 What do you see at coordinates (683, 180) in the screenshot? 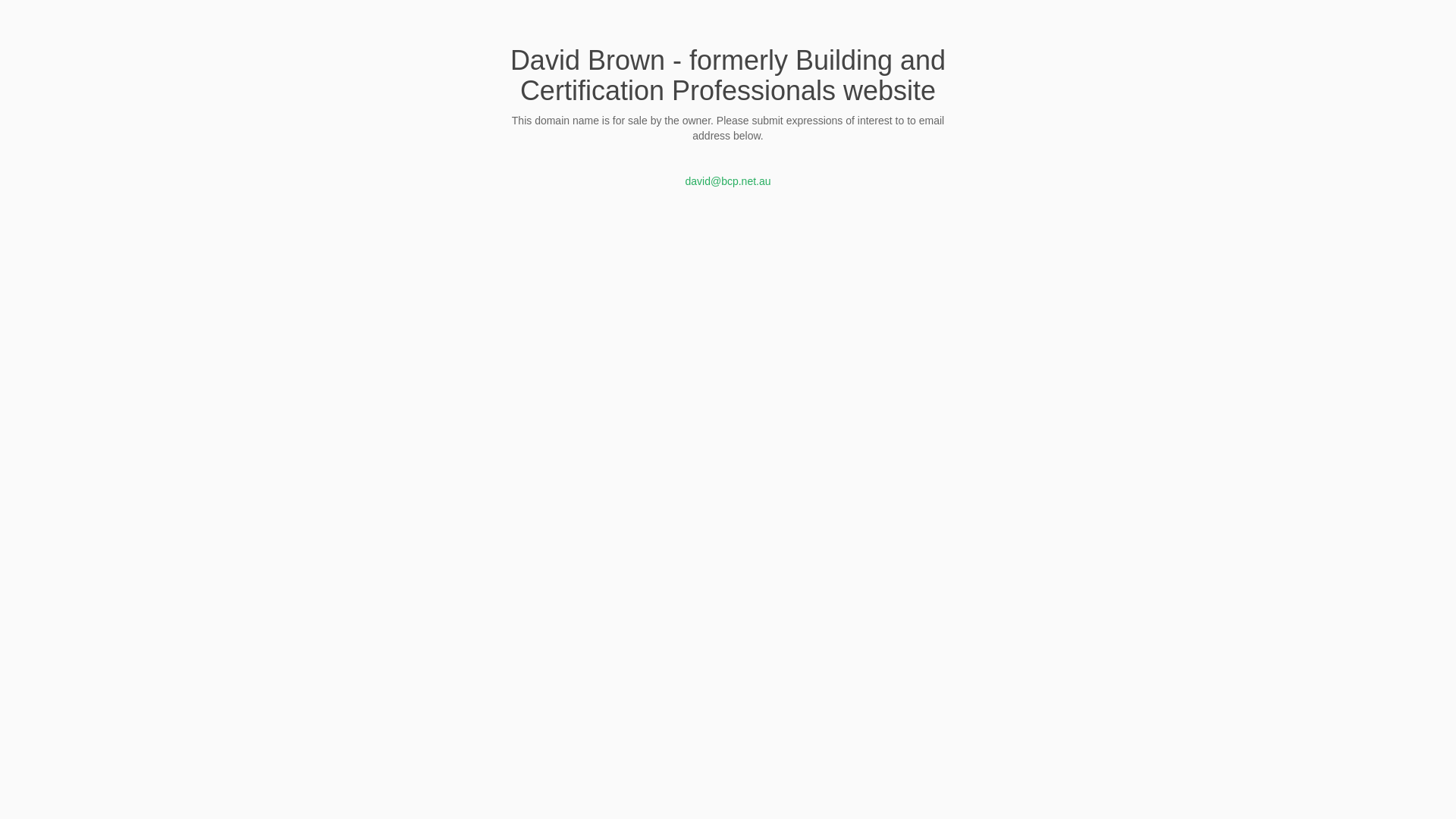
I see `'david@bcp.net.au'` at bounding box center [683, 180].